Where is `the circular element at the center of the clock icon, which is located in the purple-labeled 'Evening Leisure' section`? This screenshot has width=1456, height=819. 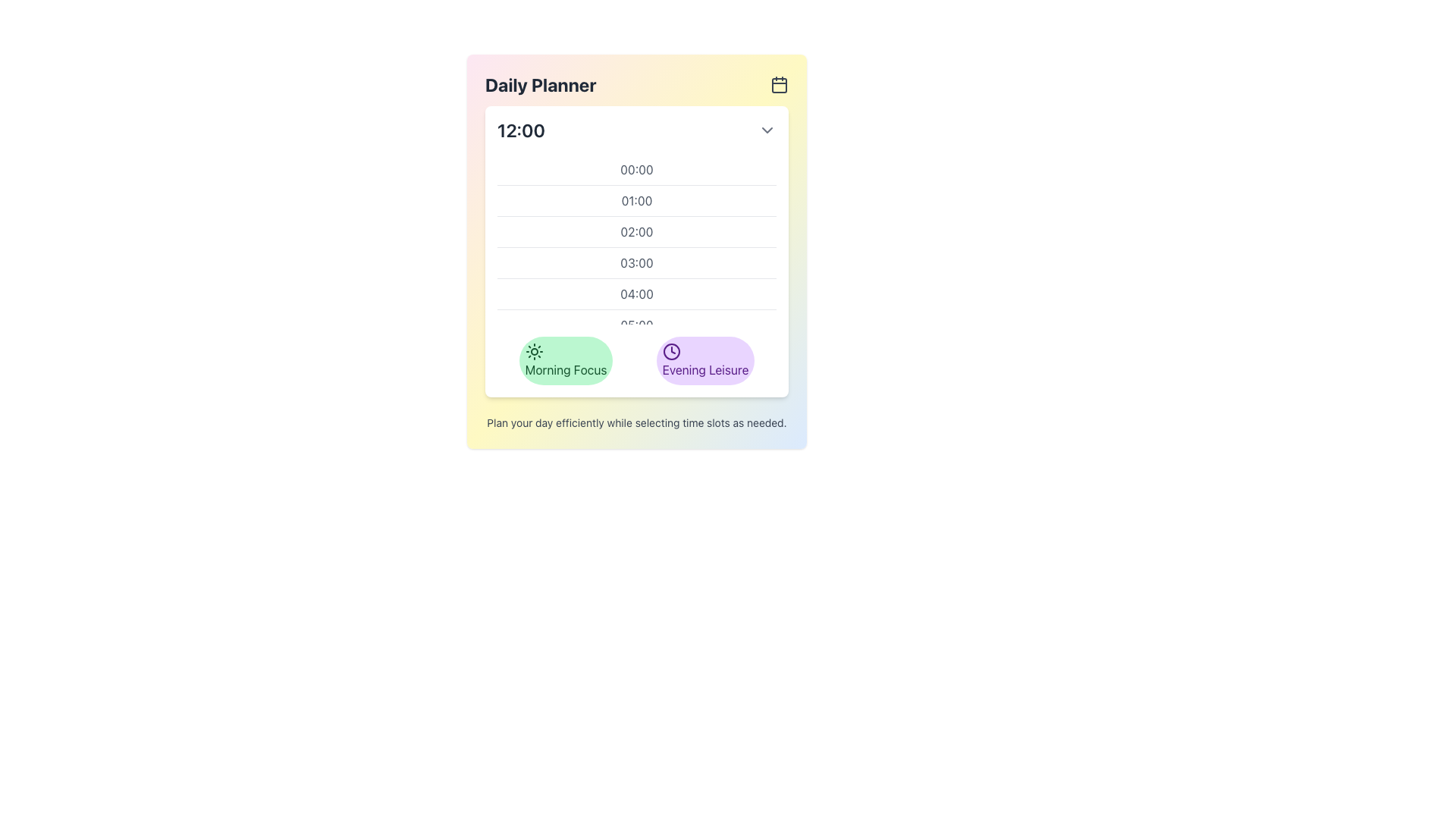 the circular element at the center of the clock icon, which is located in the purple-labeled 'Evening Leisure' section is located at coordinates (670, 351).